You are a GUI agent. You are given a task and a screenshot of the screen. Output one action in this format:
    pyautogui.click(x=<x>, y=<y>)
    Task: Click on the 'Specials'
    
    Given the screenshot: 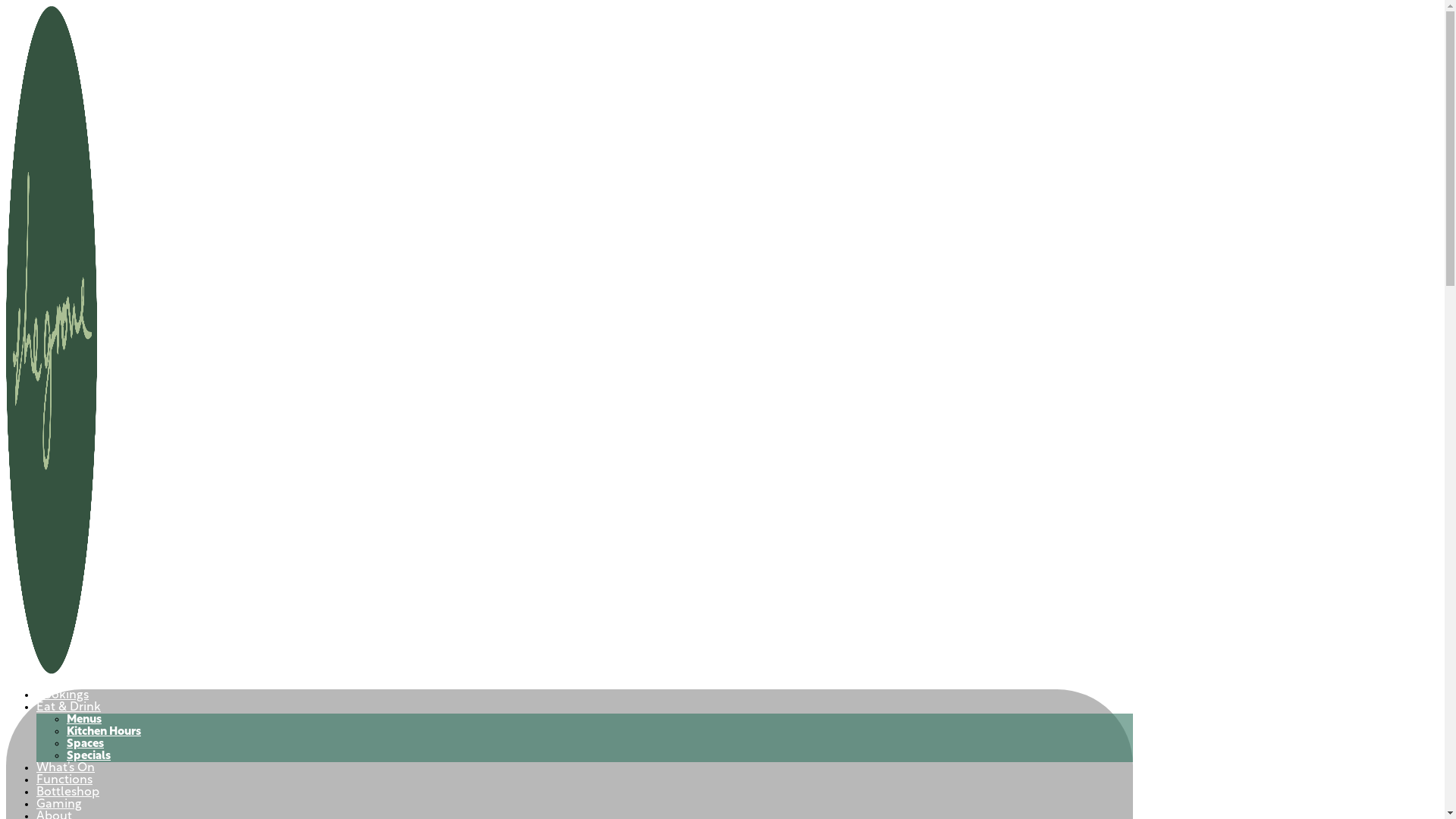 What is the action you would take?
    pyautogui.click(x=87, y=756)
    